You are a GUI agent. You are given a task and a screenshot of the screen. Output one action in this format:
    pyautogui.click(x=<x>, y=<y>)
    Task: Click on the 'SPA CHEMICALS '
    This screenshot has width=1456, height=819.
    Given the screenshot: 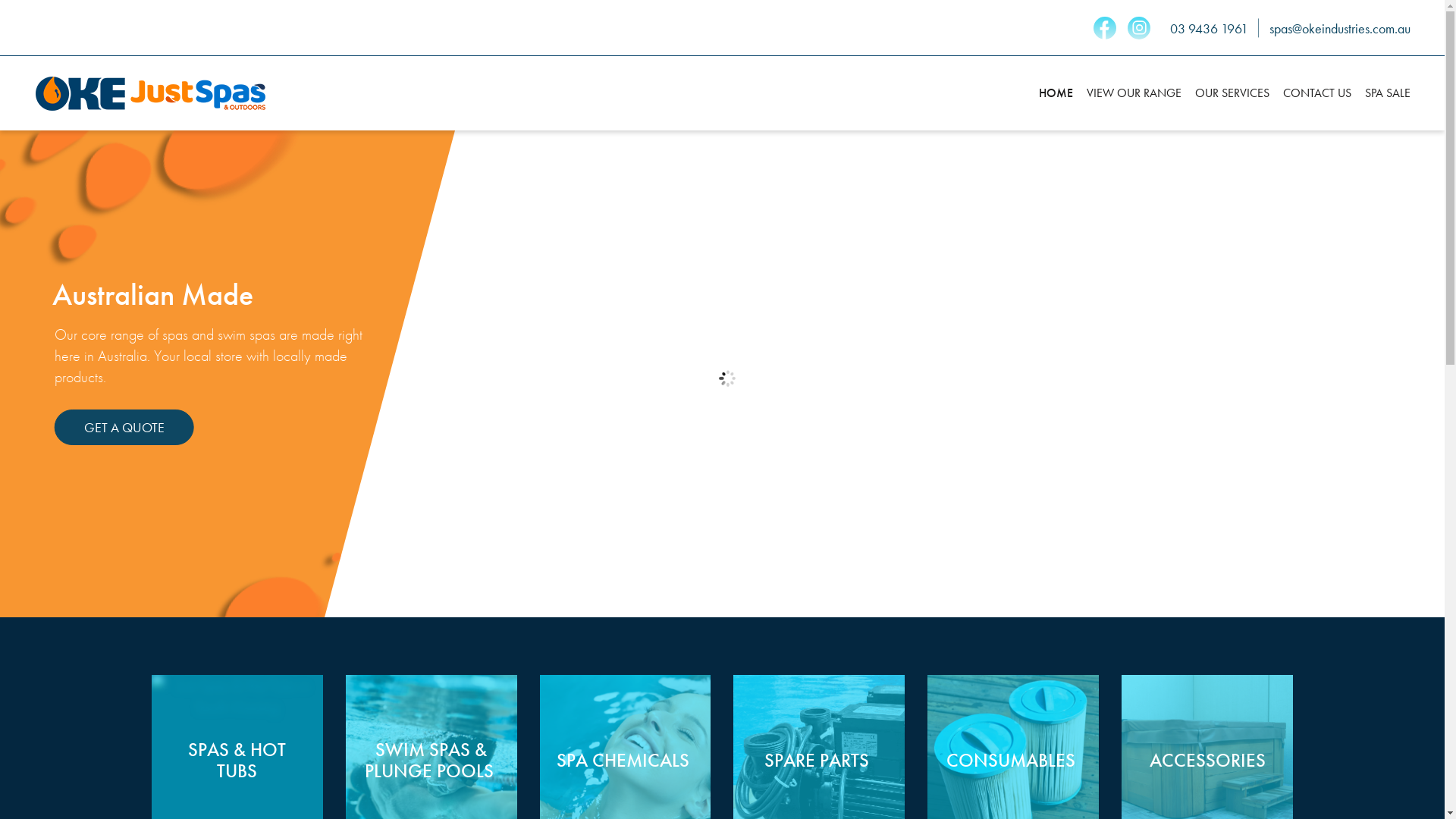 What is the action you would take?
    pyautogui.click(x=625, y=760)
    